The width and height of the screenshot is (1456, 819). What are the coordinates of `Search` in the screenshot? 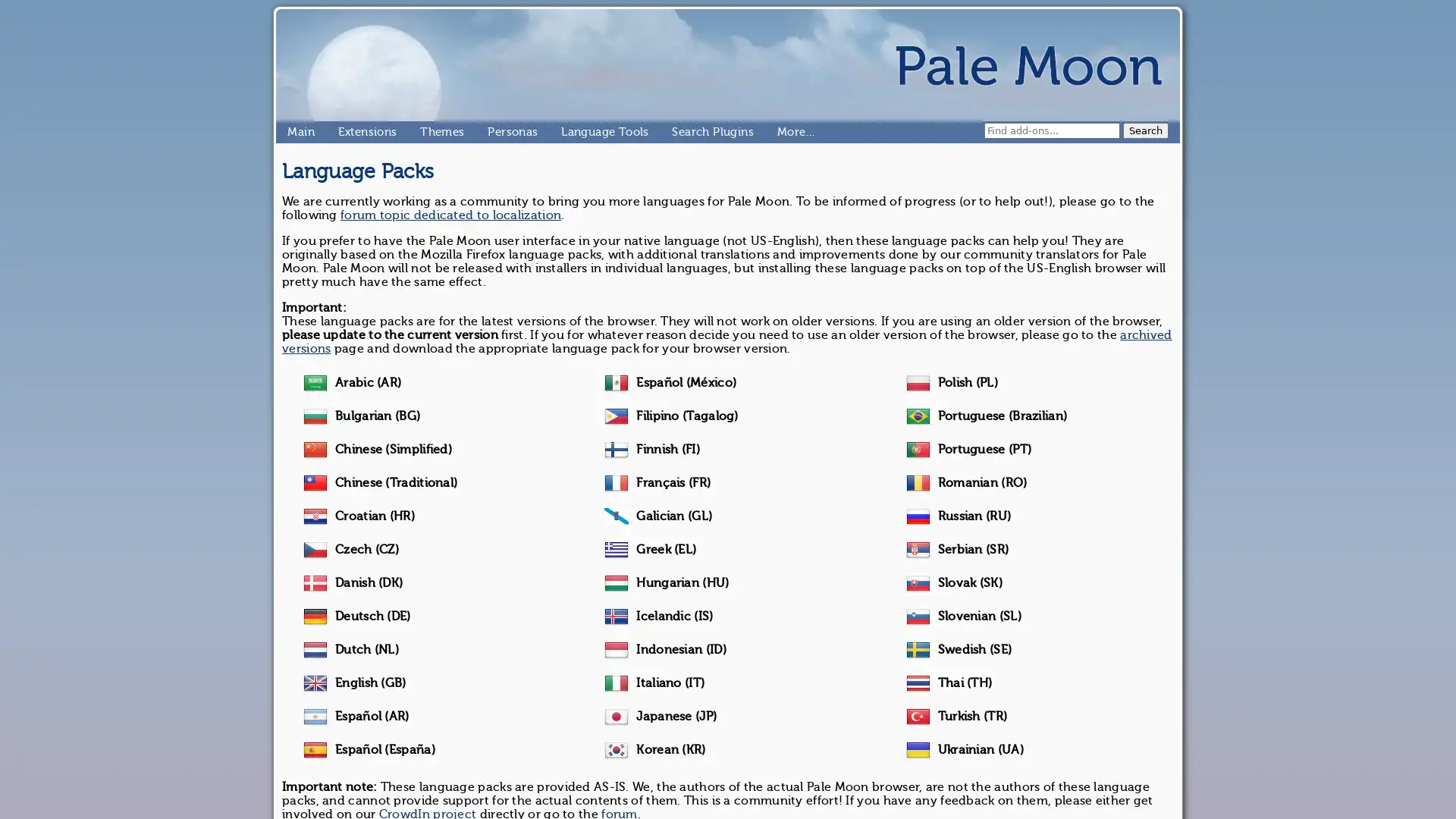 It's located at (1146, 130).